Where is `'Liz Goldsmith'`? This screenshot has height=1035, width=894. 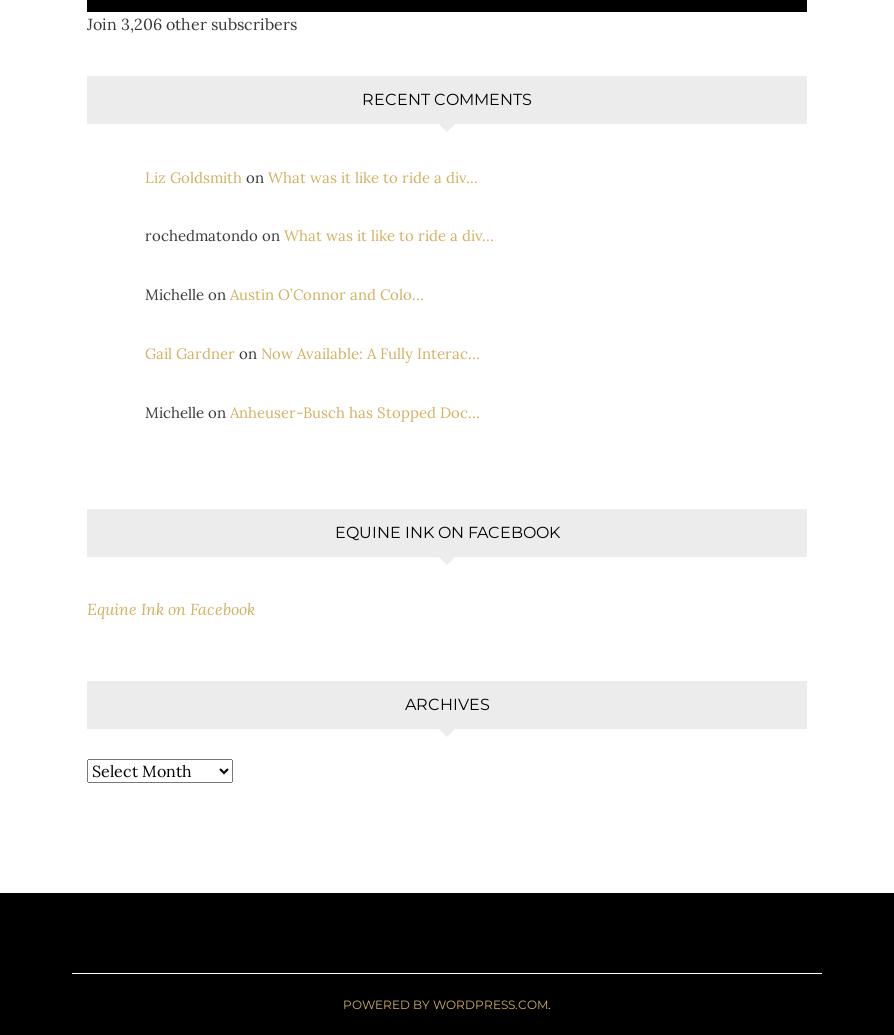 'Liz Goldsmith' is located at coordinates (193, 177).